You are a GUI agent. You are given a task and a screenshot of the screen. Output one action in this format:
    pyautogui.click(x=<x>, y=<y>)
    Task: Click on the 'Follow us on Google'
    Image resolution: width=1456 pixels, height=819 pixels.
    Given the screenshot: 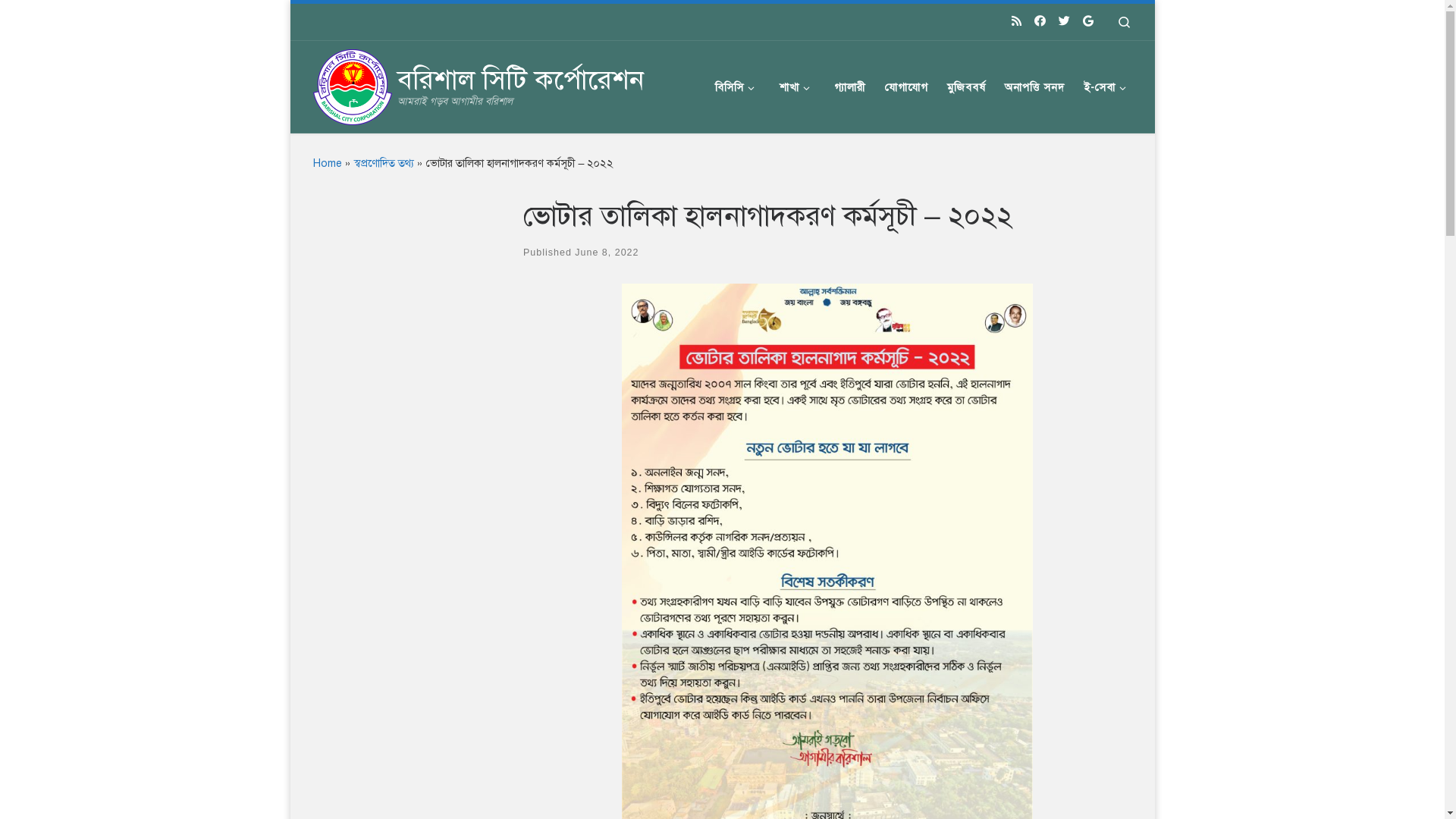 What is the action you would take?
    pyautogui.click(x=1082, y=21)
    